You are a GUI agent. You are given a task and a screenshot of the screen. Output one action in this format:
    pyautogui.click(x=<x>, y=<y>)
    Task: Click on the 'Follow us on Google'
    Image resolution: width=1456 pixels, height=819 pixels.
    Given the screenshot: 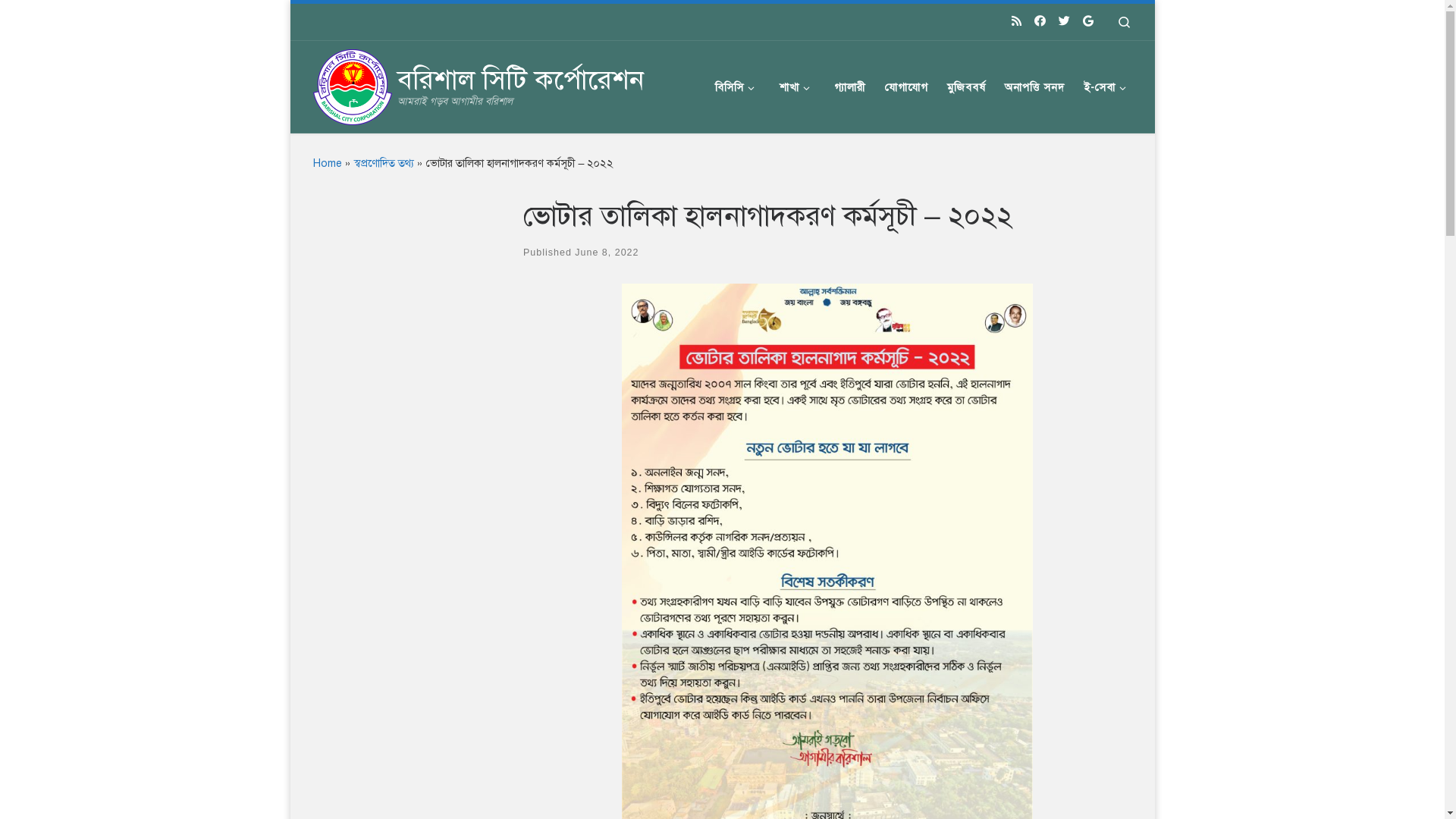 What is the action you would take?
    pyautogui.click(x=1082, y=21)
    